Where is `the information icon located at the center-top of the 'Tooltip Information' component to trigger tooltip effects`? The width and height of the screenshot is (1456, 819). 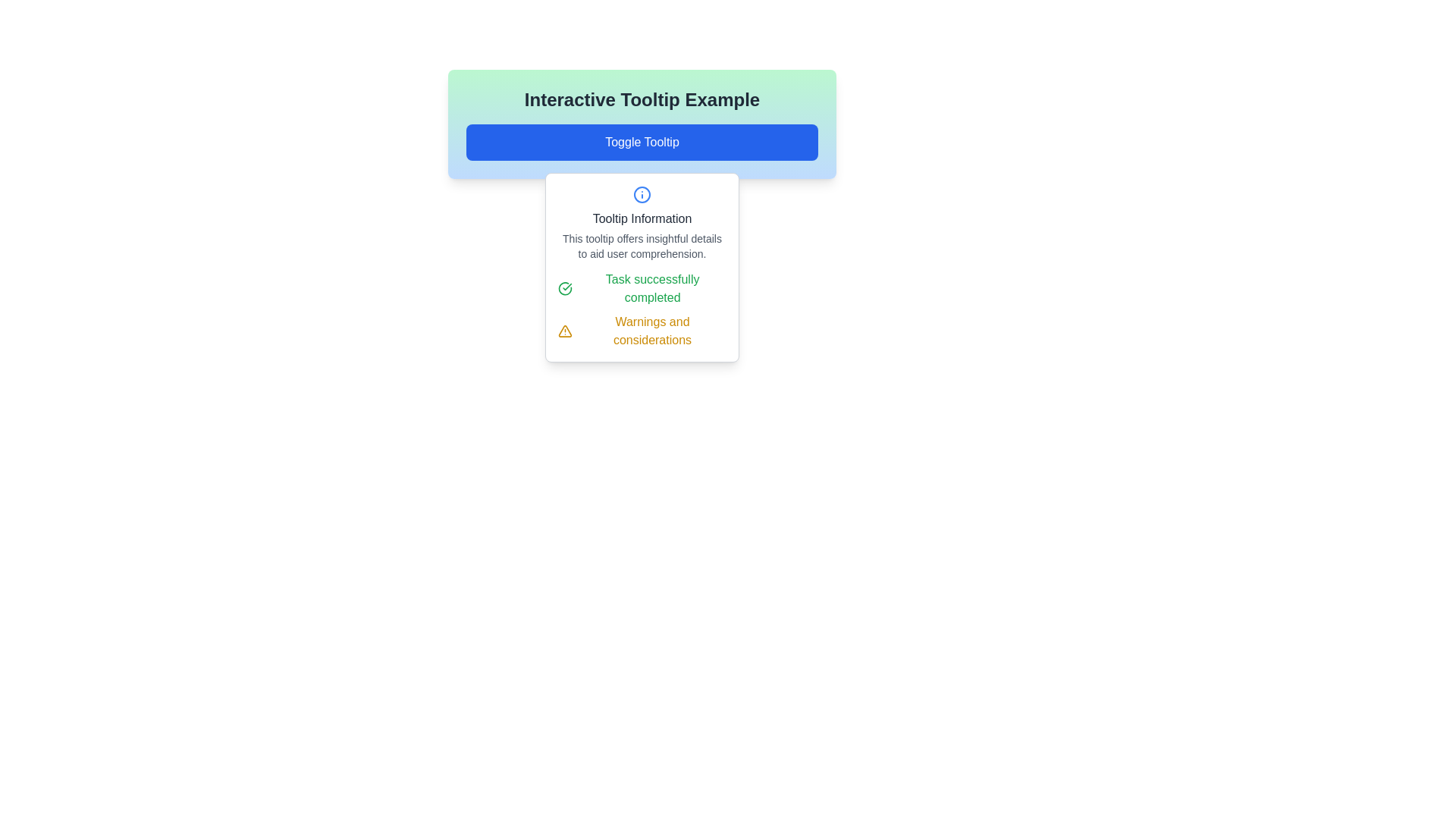
the information icon located at the center-top of the 'Tooltip Information' component to trigger tooltip effects is located at coordinates (642, 194).